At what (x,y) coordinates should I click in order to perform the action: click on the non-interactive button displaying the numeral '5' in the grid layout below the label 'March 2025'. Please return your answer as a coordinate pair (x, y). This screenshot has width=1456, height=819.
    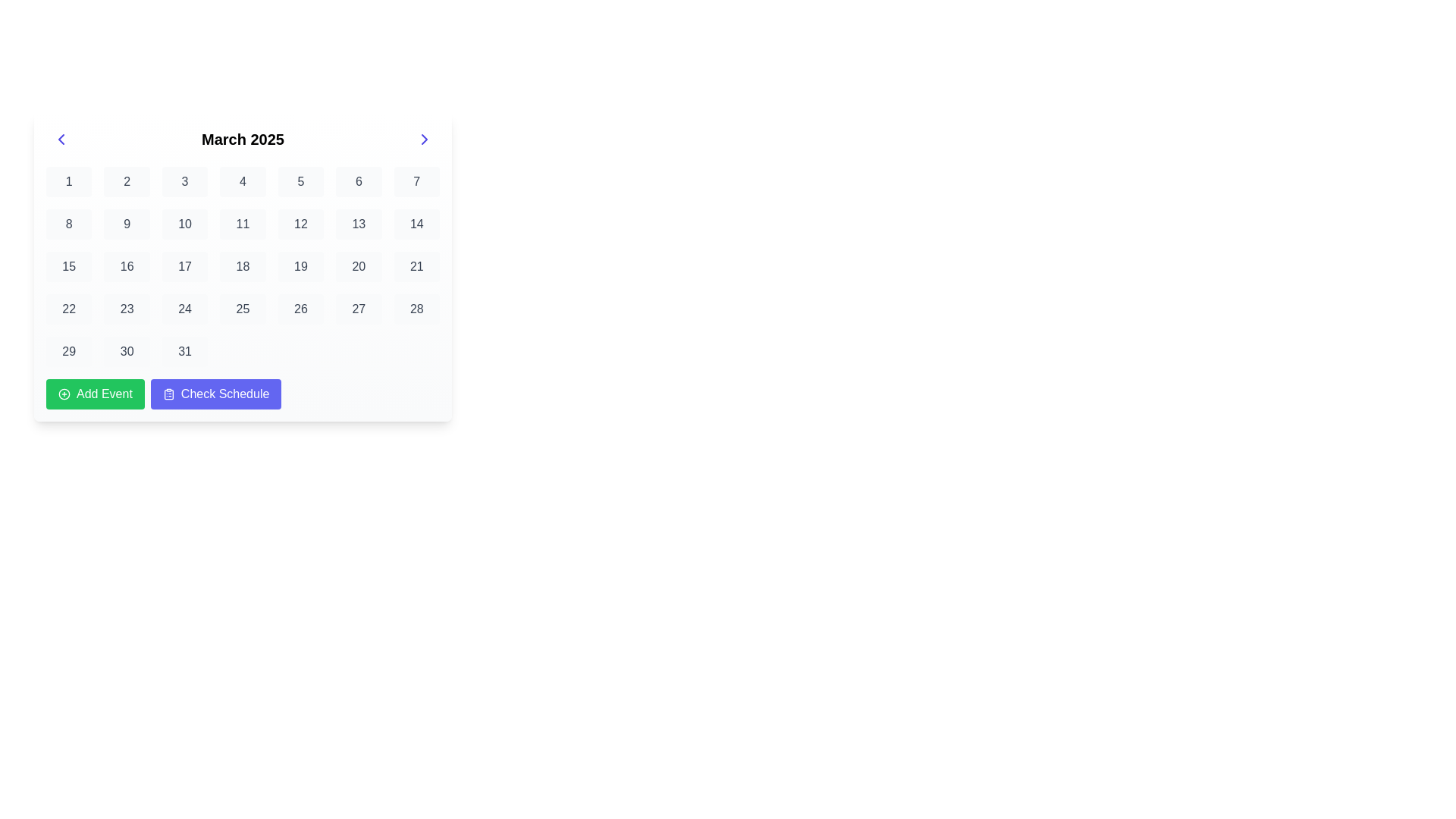
    Looking at the image, I should click on (300, 180).